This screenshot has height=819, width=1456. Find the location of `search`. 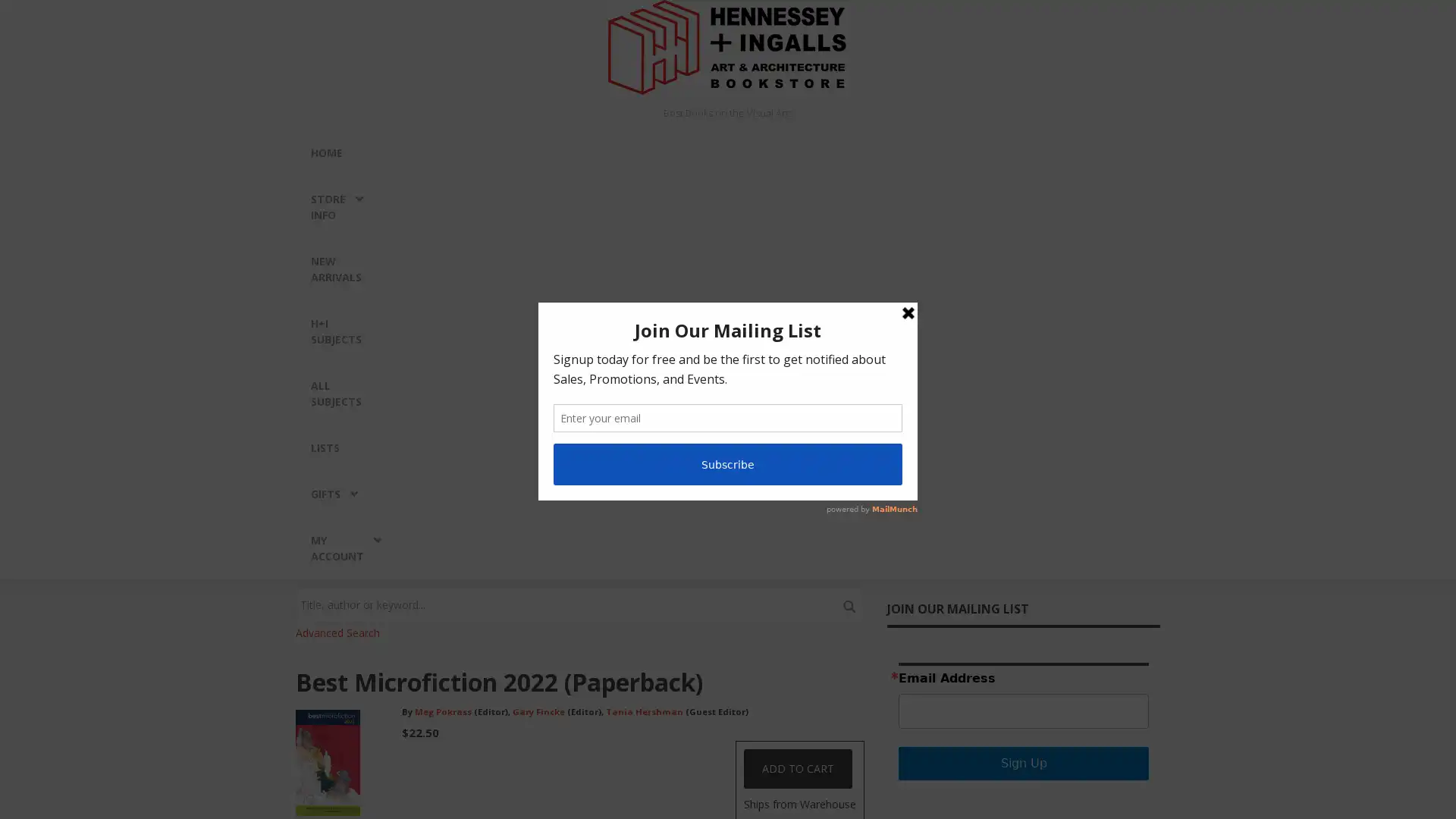

search is located at coordinates (848, 604).